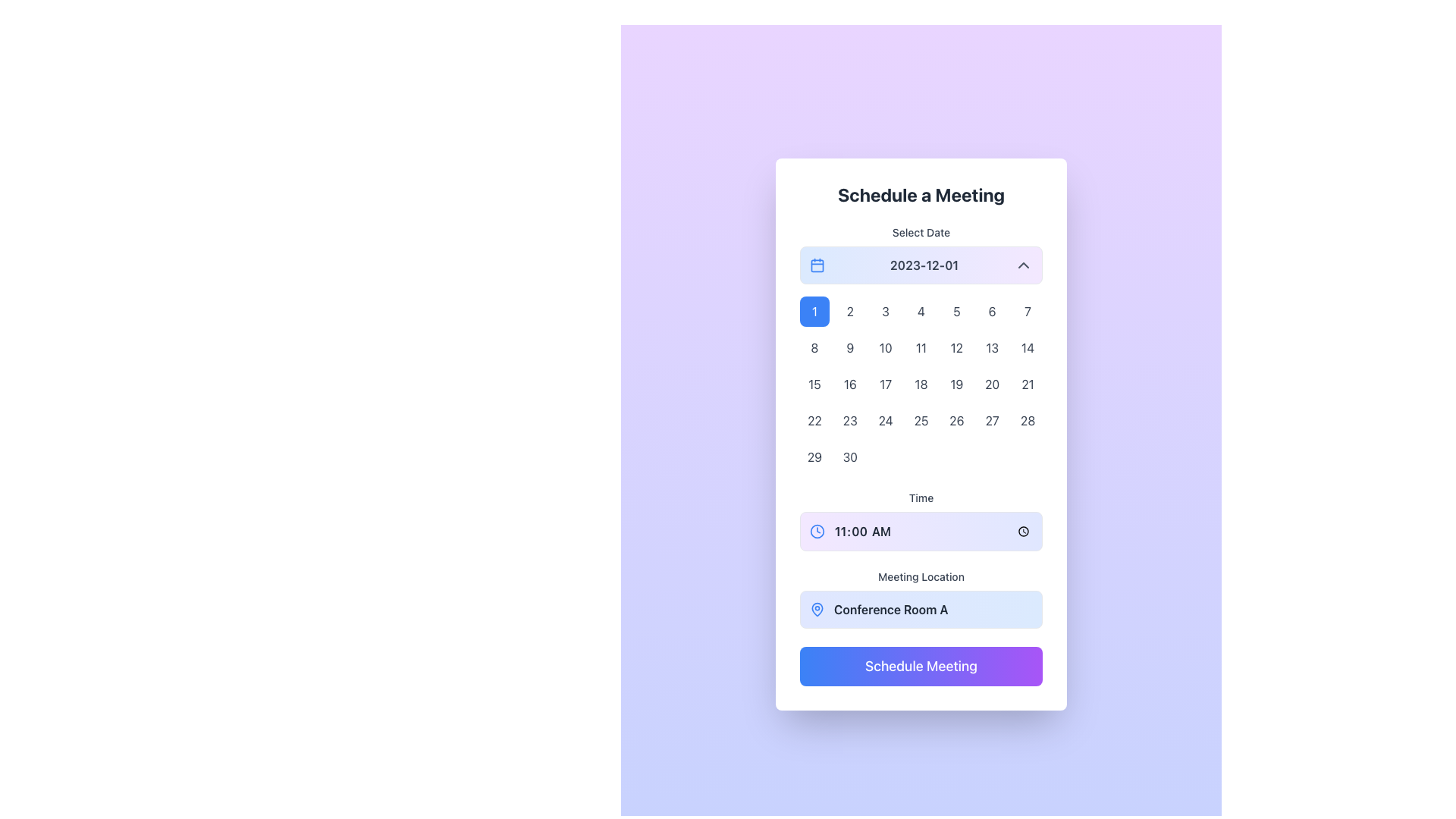  Describe the element at coordinates (850, 348) in the screenshot. I see `the calendar date button located in the second row and second column of the calendar grid` at that location.